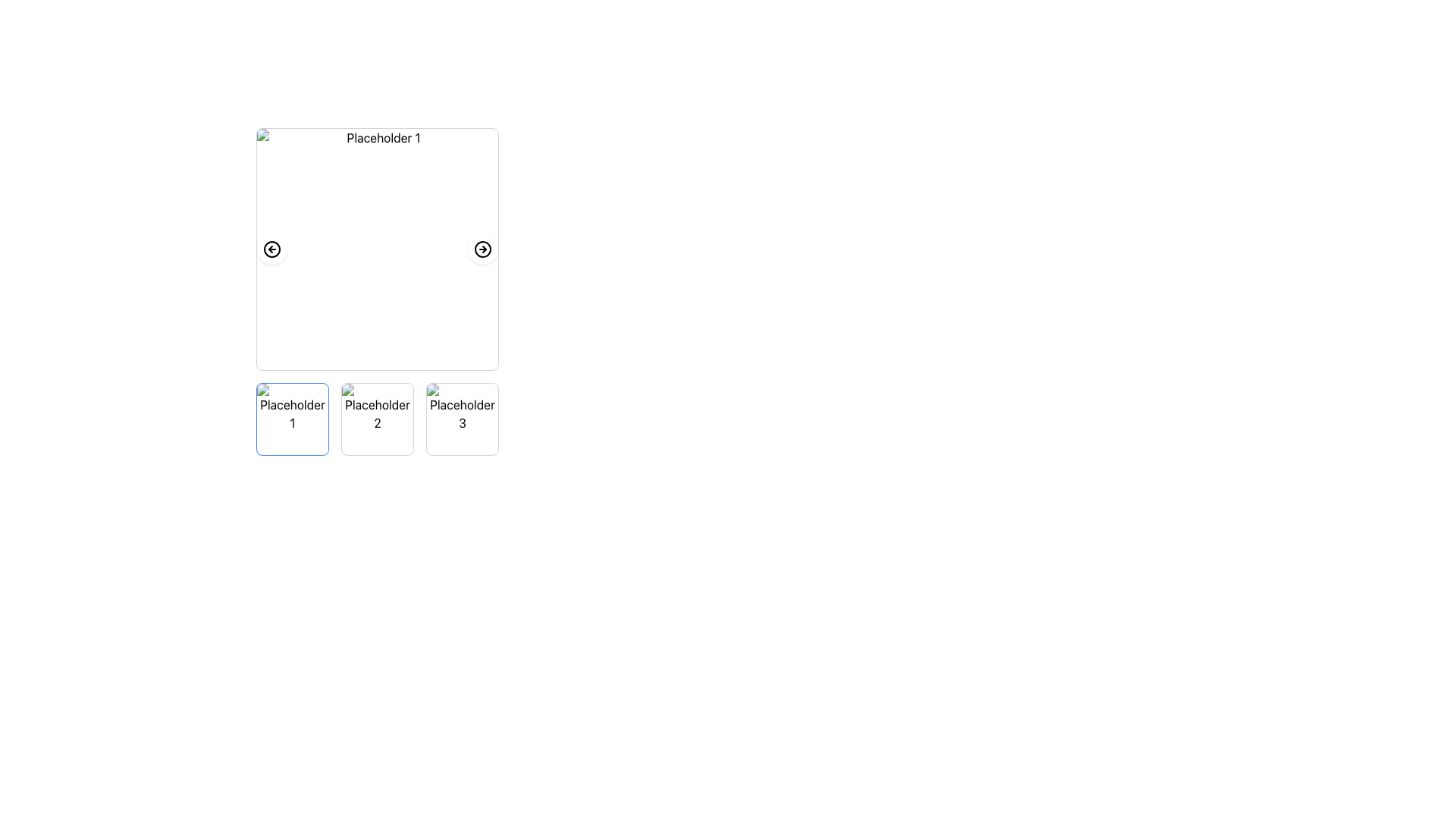 This screenshot has width=1456, height=819. Describe the element at coordinates (461, 419) in the screenshot. I see `the third image placeholder in the horizontally aligned group of three items below the primary large image` at that location.